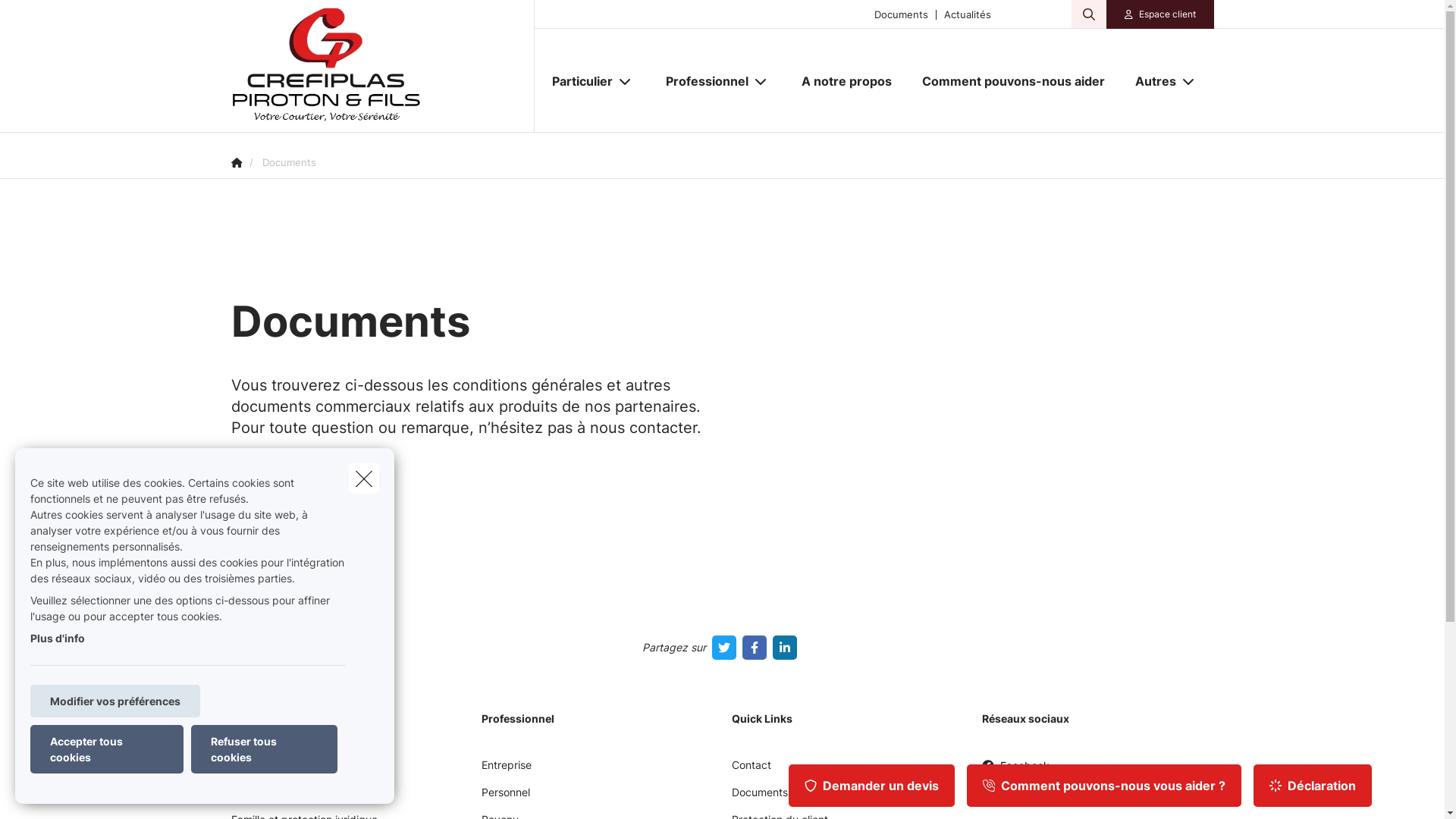  I want to click on 'Documents', so click(901, 14).